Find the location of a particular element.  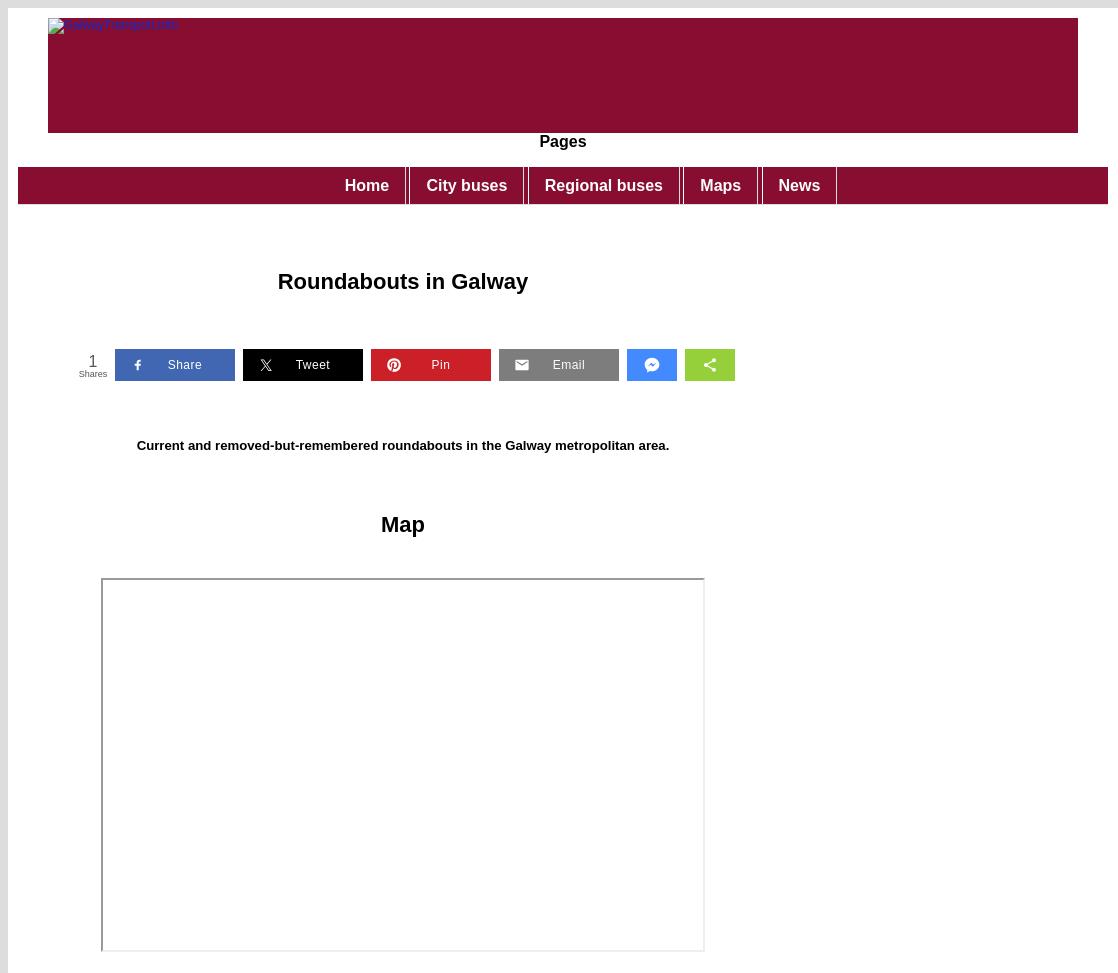

'Map' is located at coordinates (402, 523).